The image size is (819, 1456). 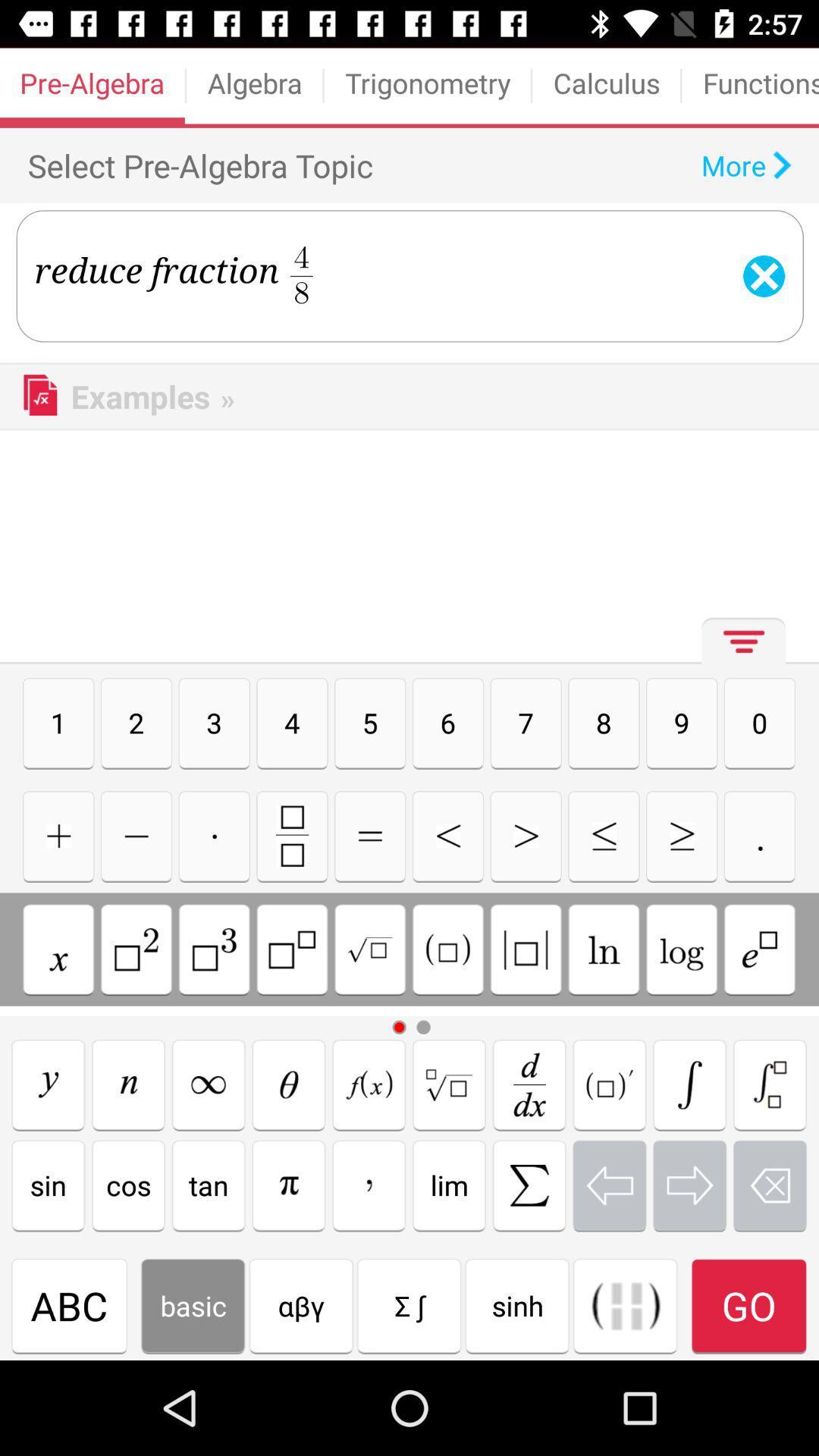 I want to click on use the symbol, so click(x=58, y=835).